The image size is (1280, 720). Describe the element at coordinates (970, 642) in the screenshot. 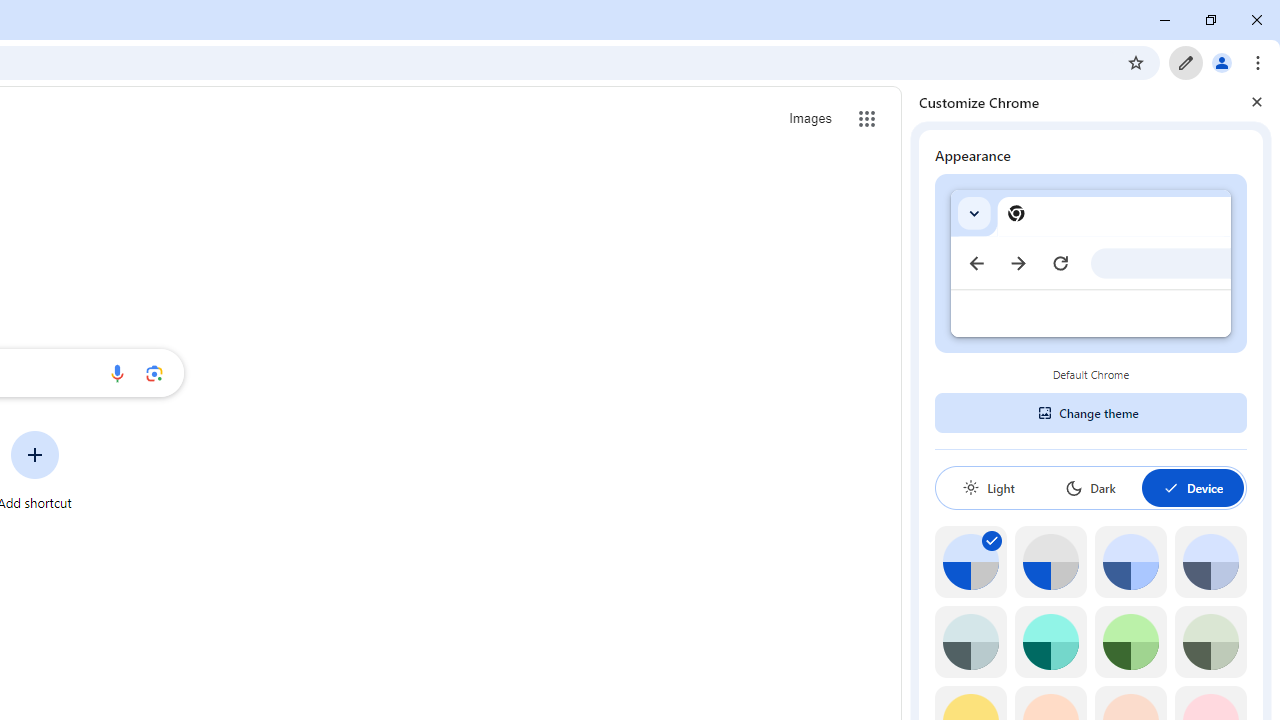

I see `'Grey'` at that location.